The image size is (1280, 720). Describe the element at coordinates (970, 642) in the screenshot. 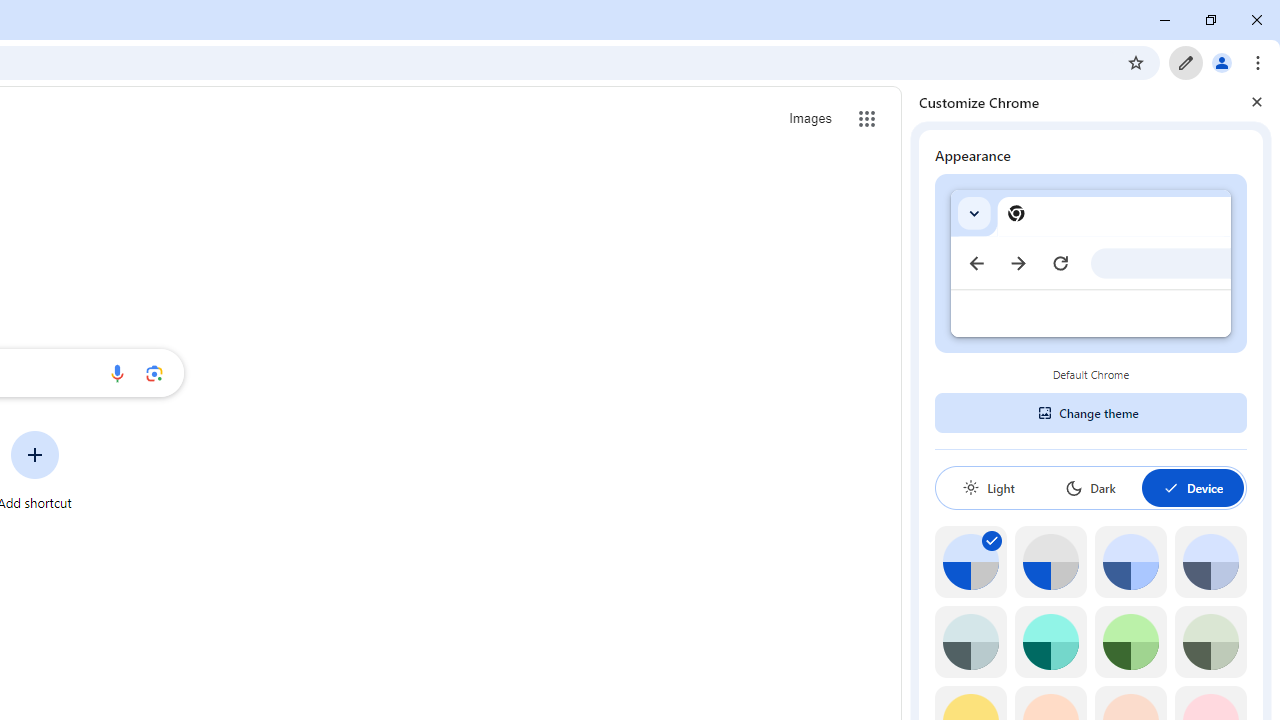

I see `'Grey'` at that location.